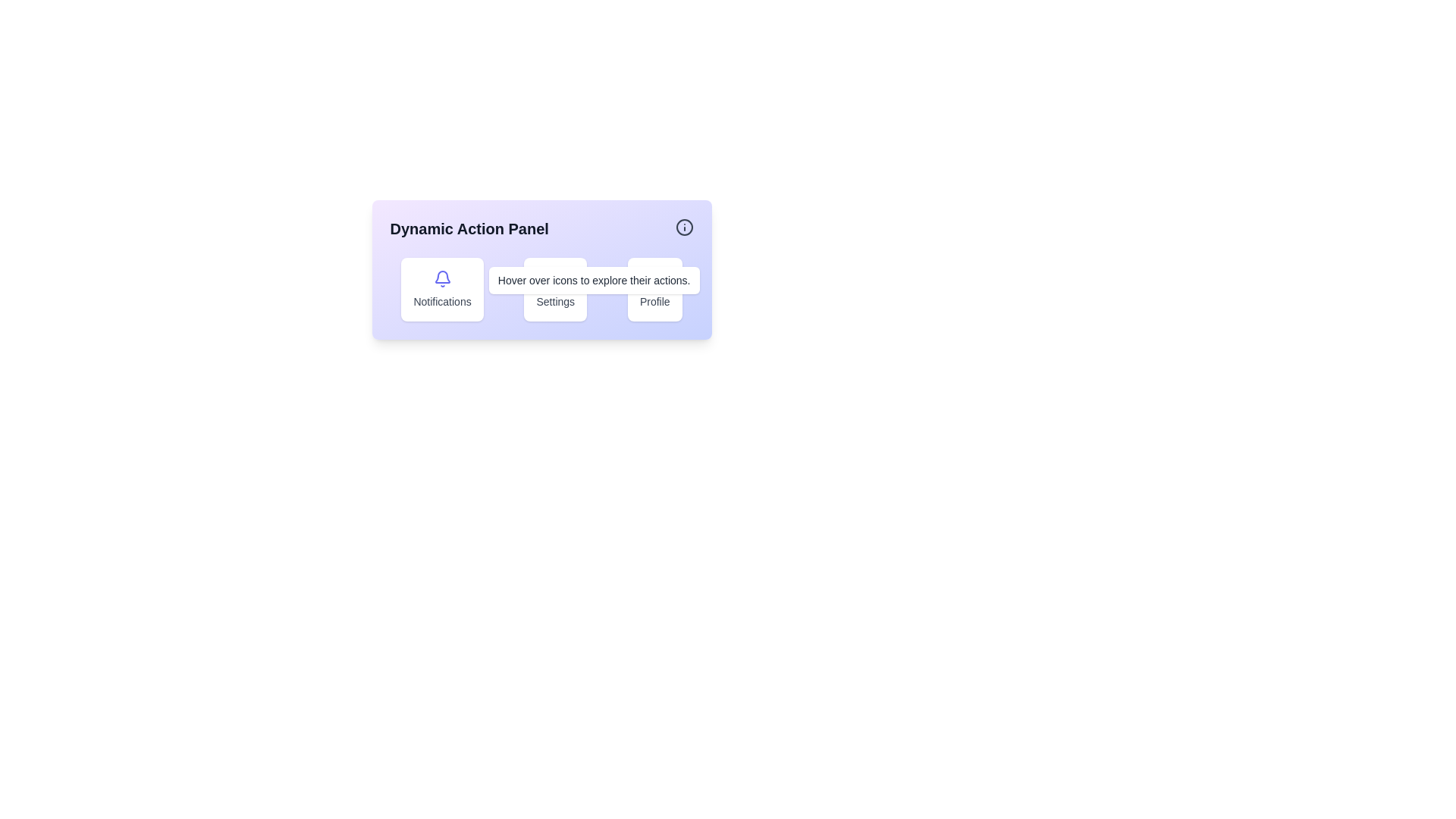  Describe the element at coordinates (683, 227) in the screenshot. I see `the information icon located at the top-right corner of the 'Dynamic Action Panel', which provides additional details when interacted with` at that location.